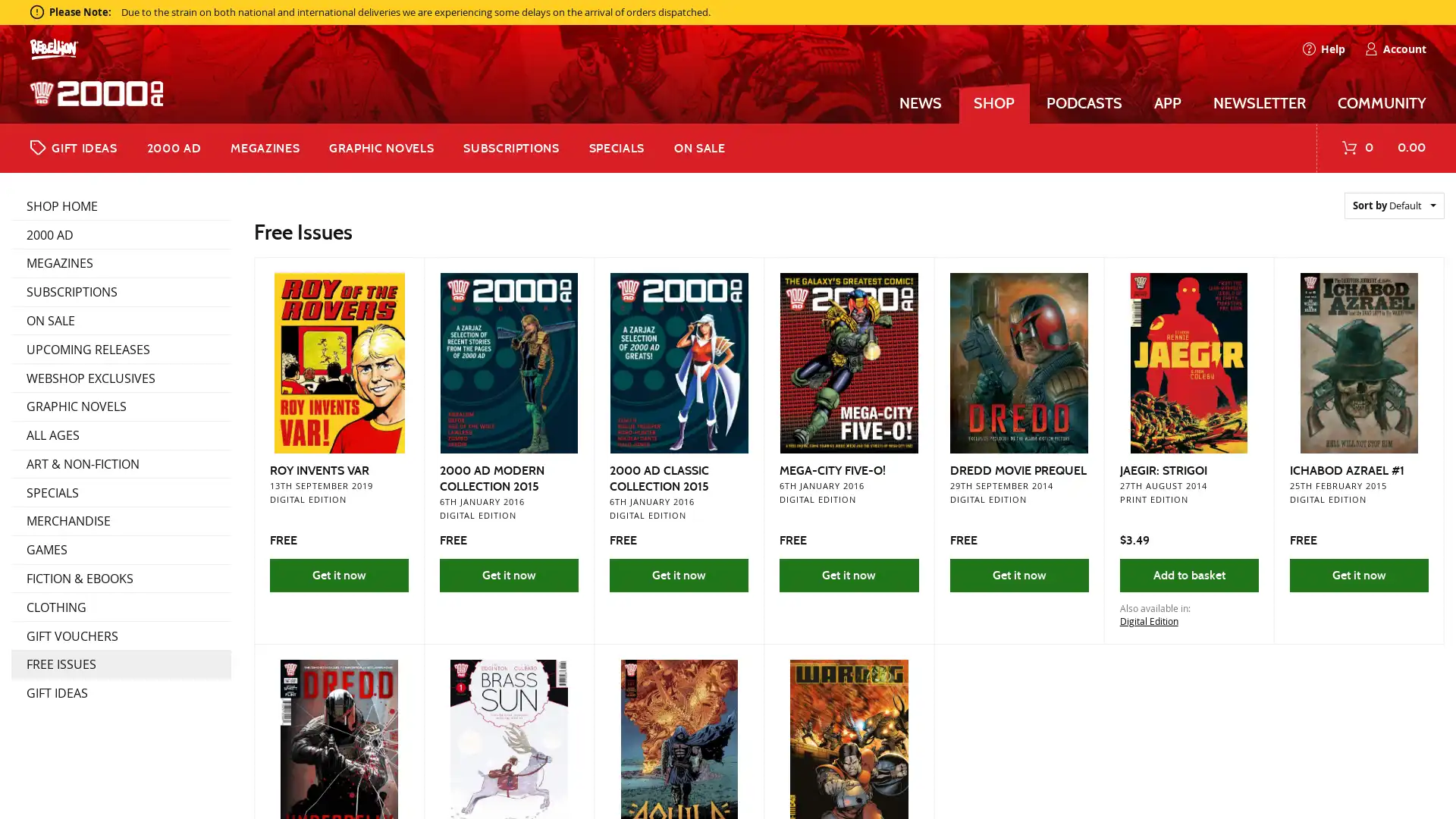 This screenshot has height=819, width=1456. What do you see at coordinates (1018, 575) in the screenshot?
I see `Get it now` at bounding box center [1018, 575].